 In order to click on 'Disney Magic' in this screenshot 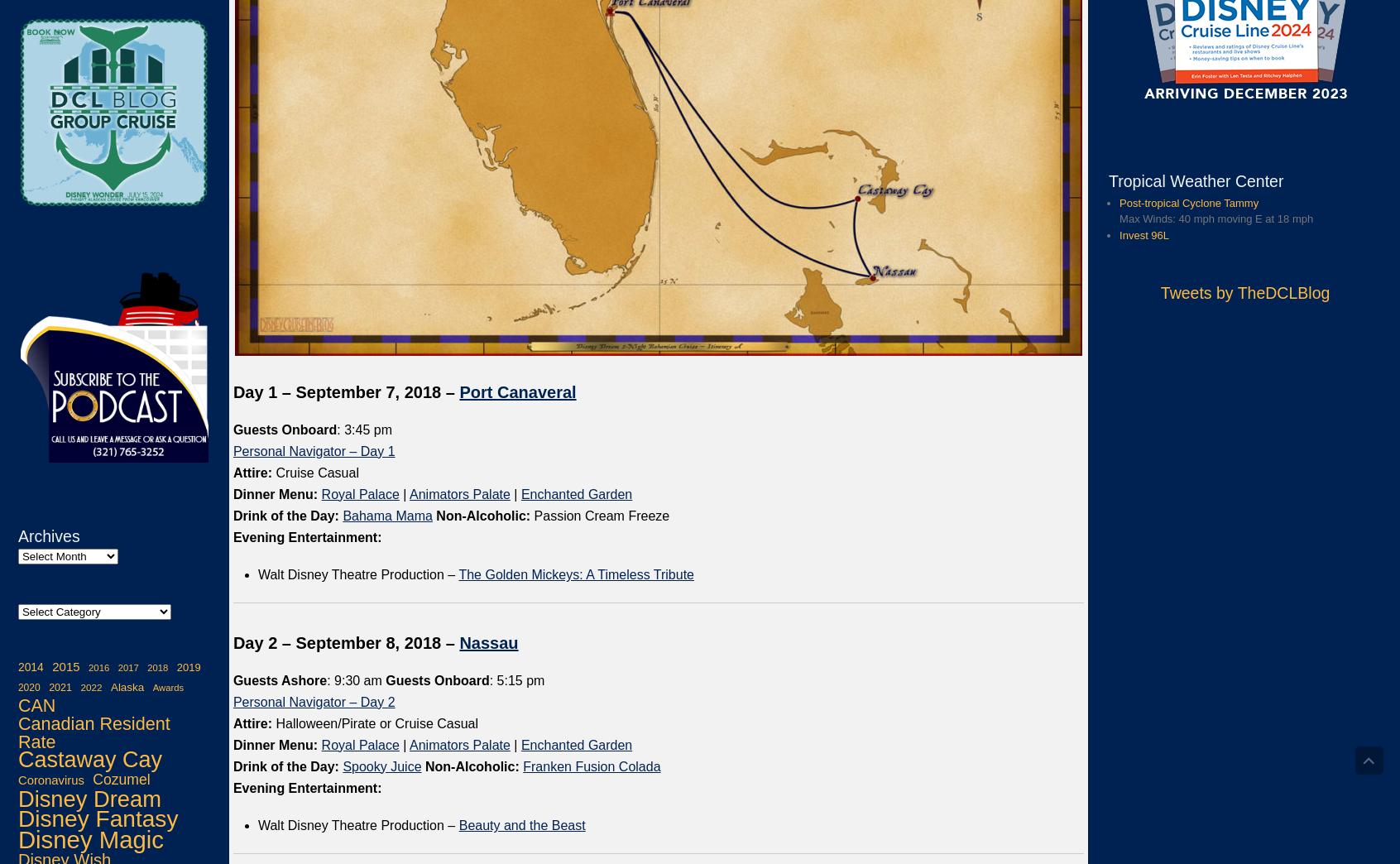, I will do `click(89, 838)`.